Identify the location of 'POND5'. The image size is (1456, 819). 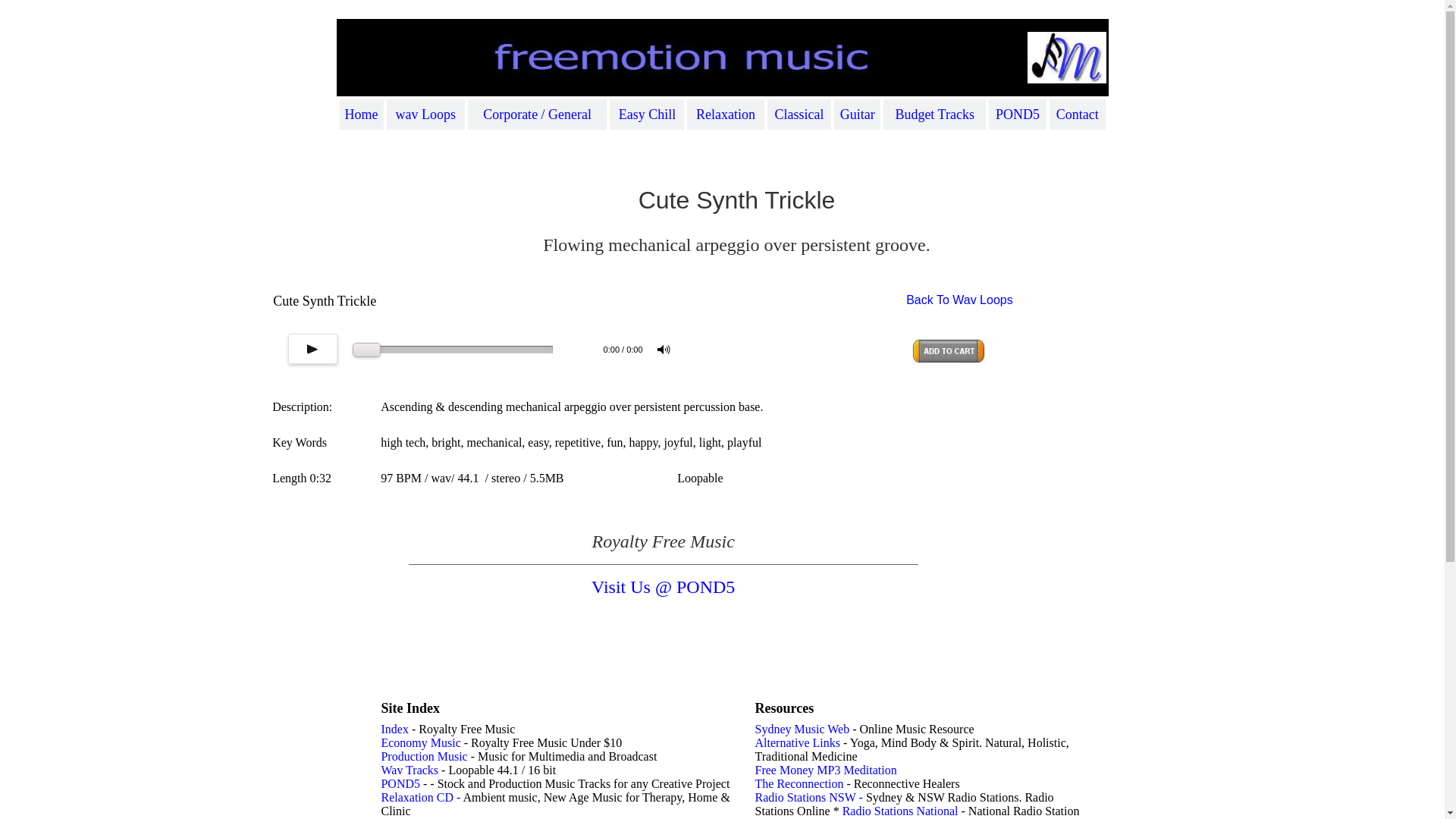
(400, 783).